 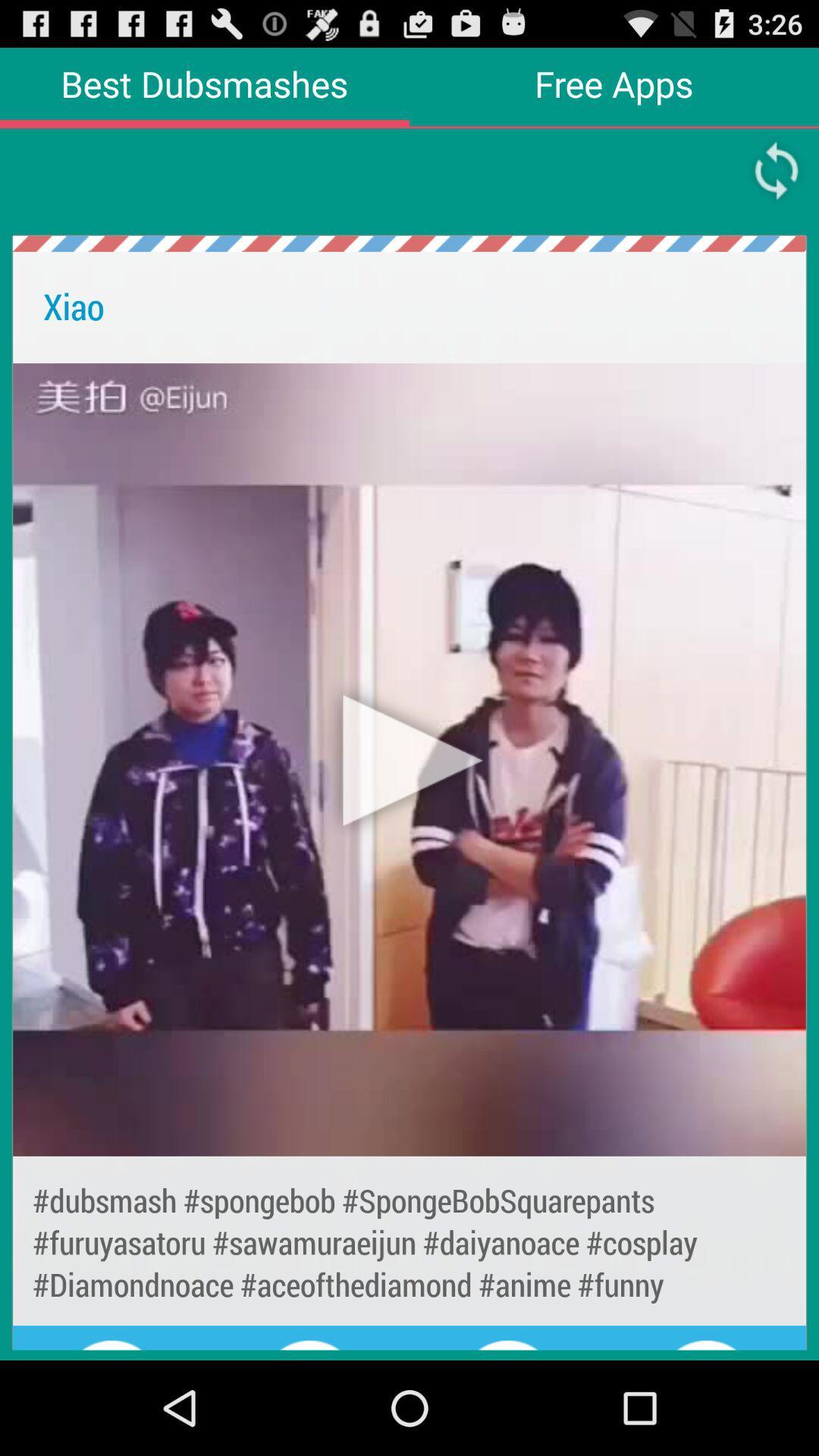 What do you see at coordinates (777, 171) in the screenshot?
I see `replay` at bounding box center [777, 171].